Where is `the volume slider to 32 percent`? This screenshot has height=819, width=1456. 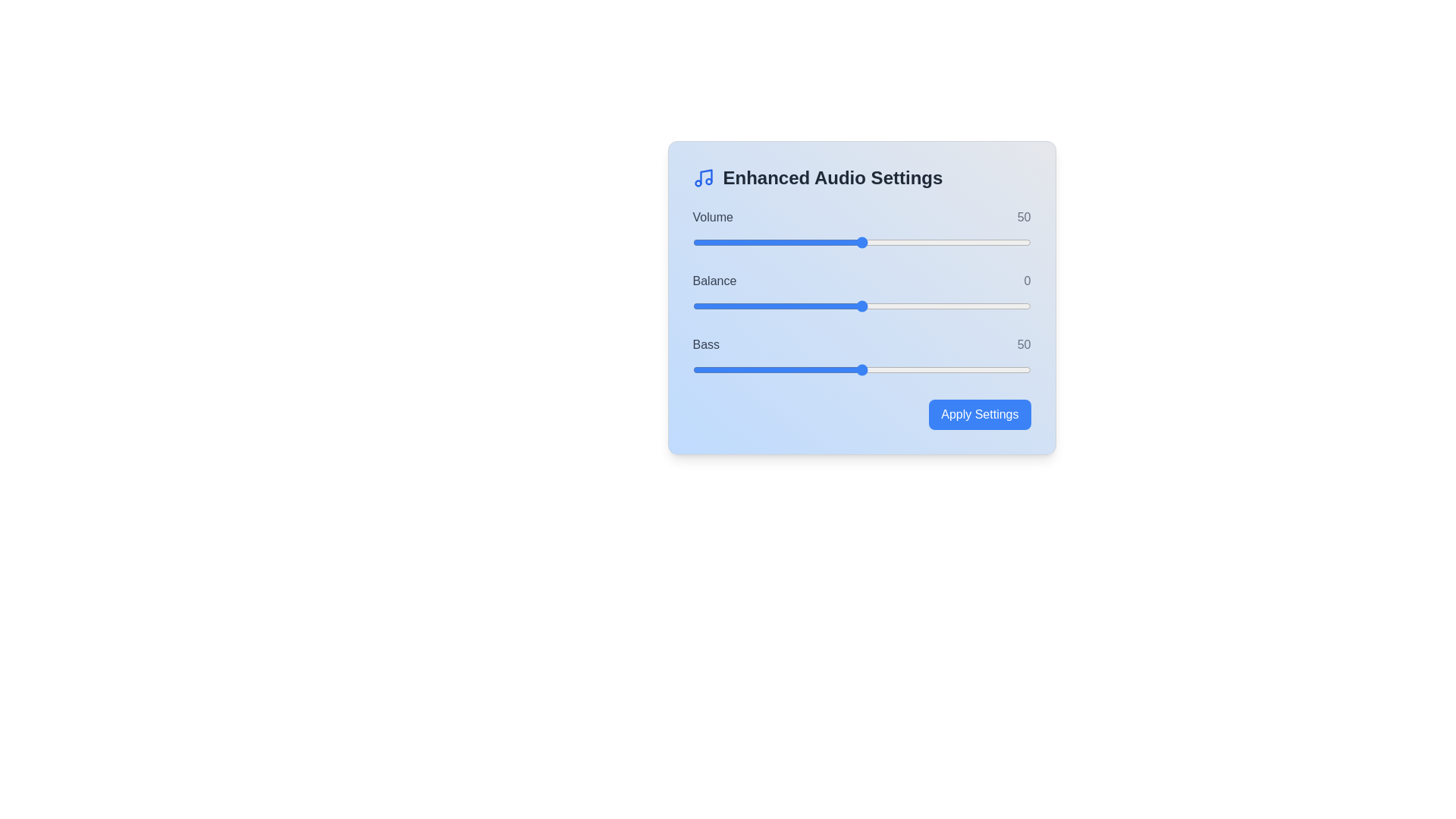
the volume slider to 32 percent is located at coordinates (800, 242).